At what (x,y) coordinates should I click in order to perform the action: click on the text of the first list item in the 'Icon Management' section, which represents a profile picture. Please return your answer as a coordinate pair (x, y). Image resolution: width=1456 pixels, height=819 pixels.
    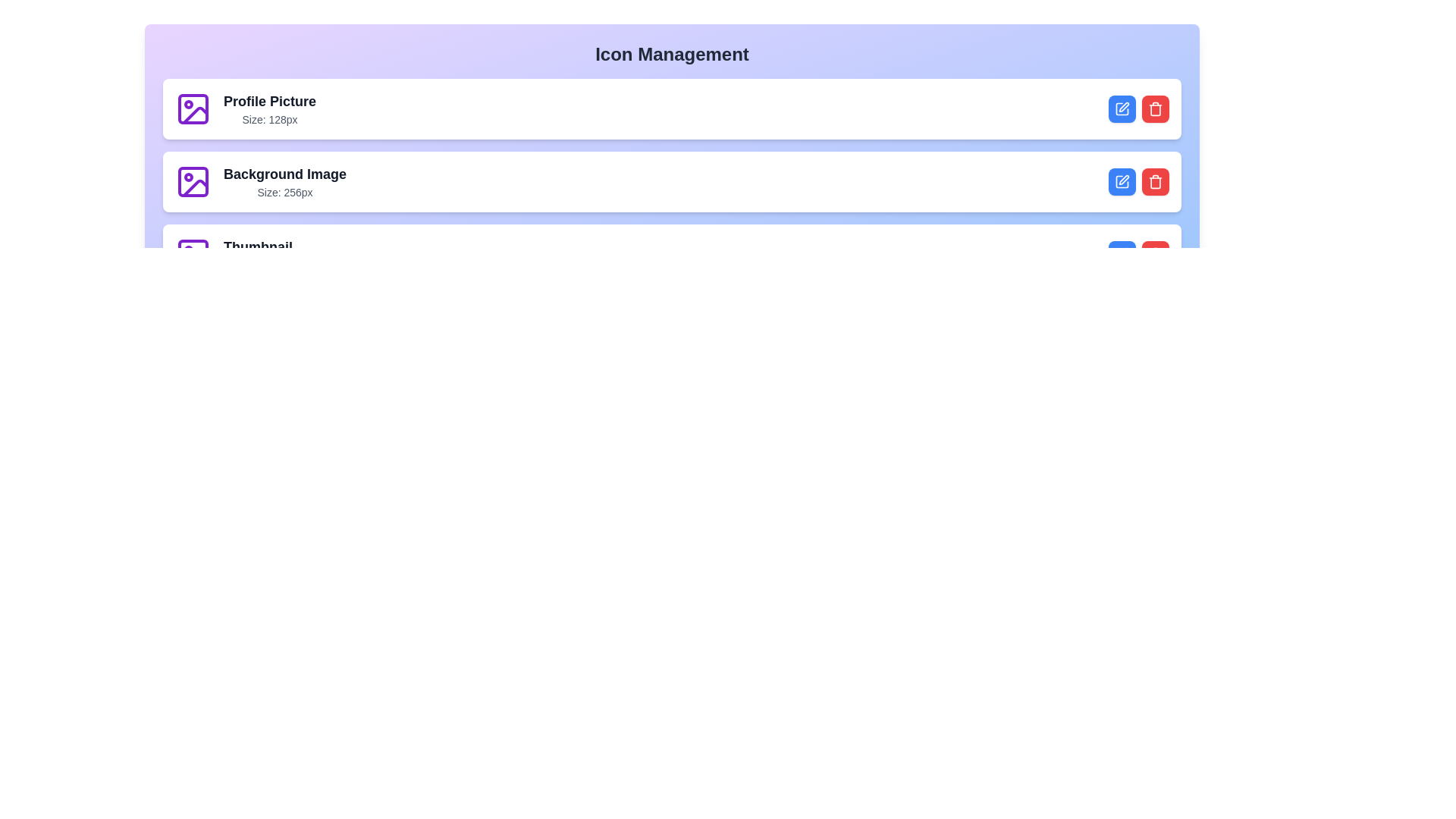
    Looking at the image, I should click on (246, 108).